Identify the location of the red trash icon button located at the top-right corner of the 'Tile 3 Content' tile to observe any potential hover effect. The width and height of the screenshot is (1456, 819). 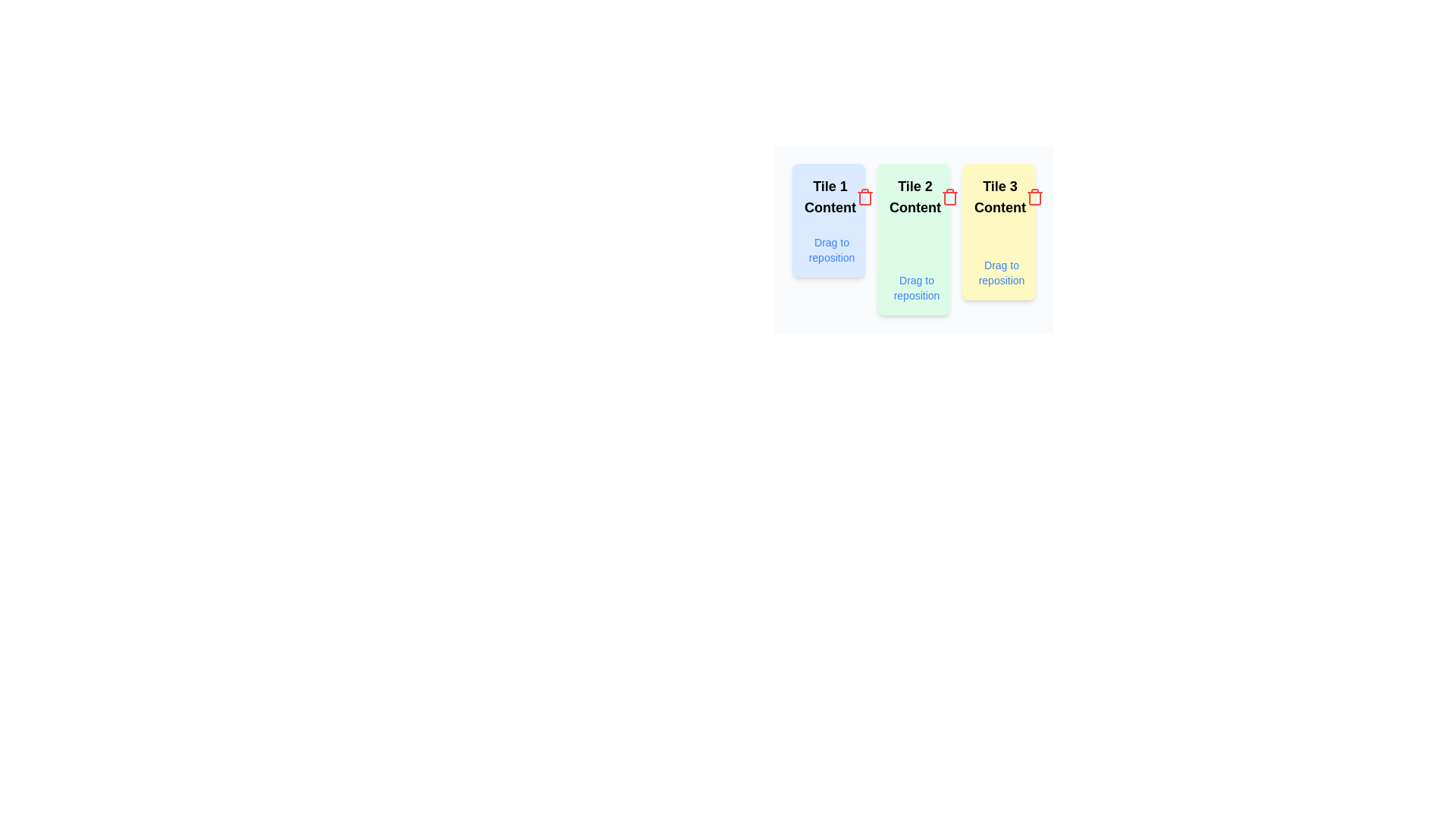
(1034, 196).